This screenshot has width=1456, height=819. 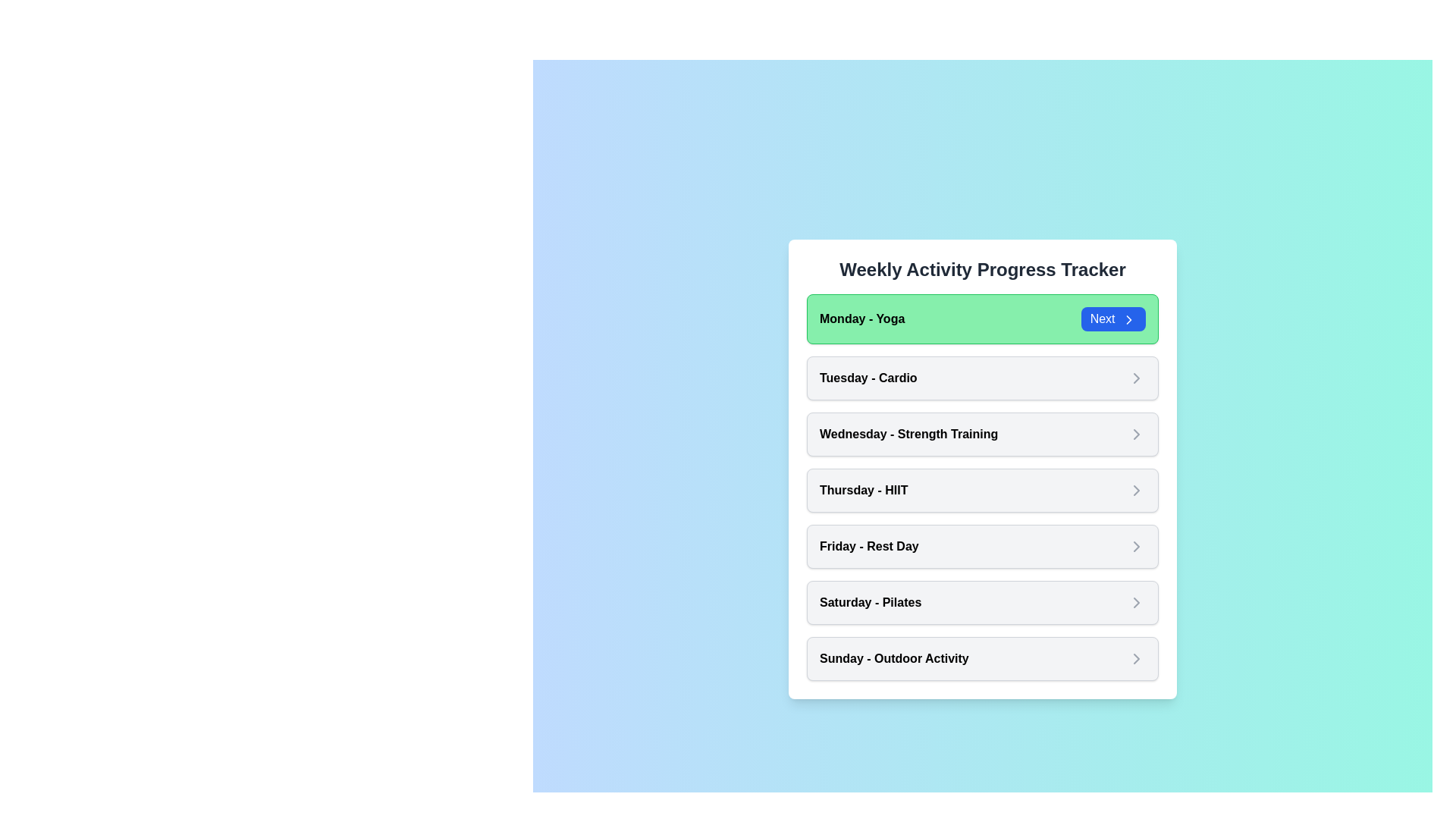 What do you see at coordinates (1136, 377) in the screenshot?
I see `the chevron icon indicating navigation or progression located in the far-right position of the 'Monday - Yoga' item row` at bounding box center [1136, 377].